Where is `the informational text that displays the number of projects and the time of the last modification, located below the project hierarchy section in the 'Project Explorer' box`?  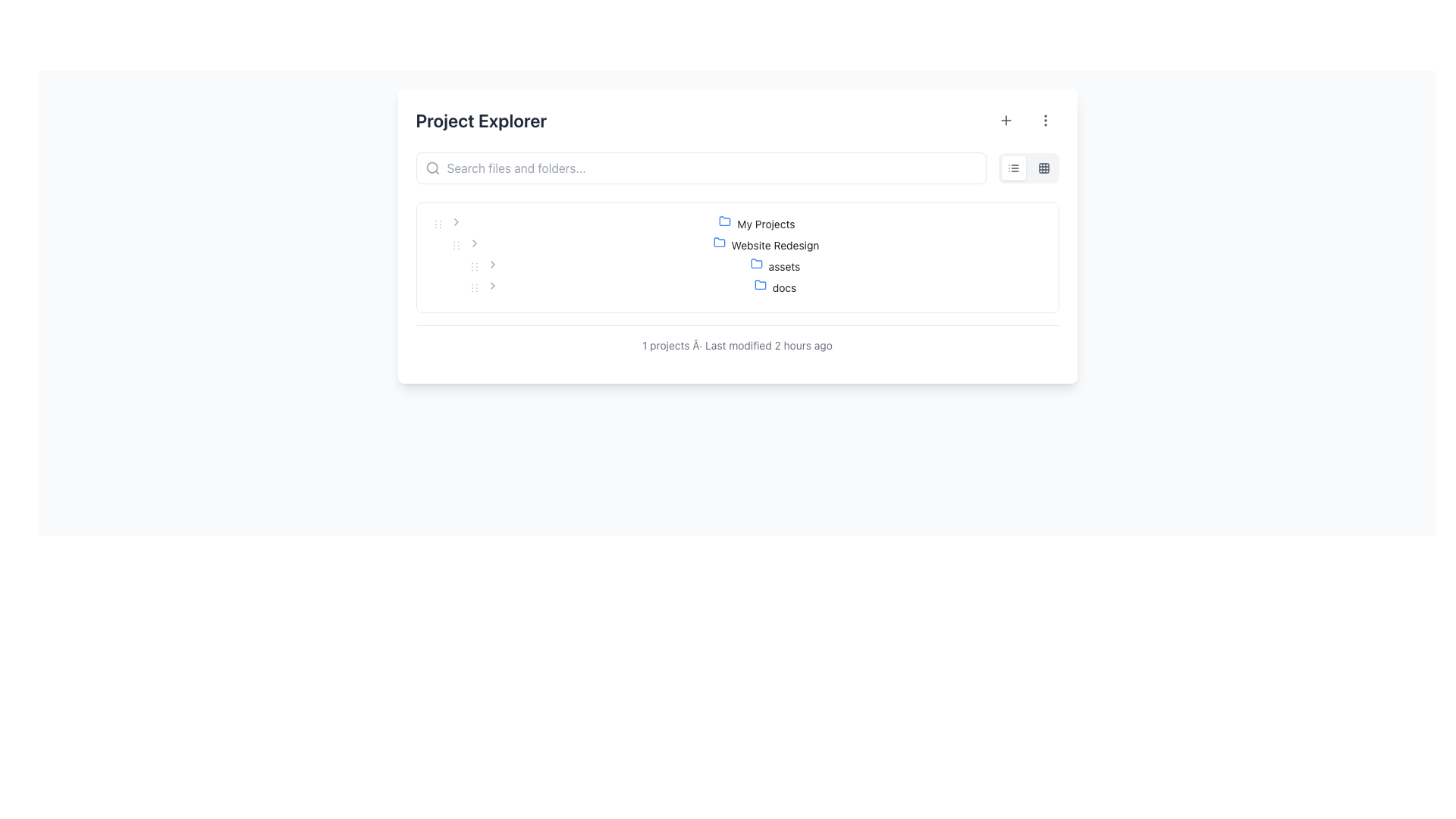
the informational text that displays the number of projects and the time of the last modification, located below the project hierarchy section in the 'Project Explorer' box is located at coordinates (737, 345).